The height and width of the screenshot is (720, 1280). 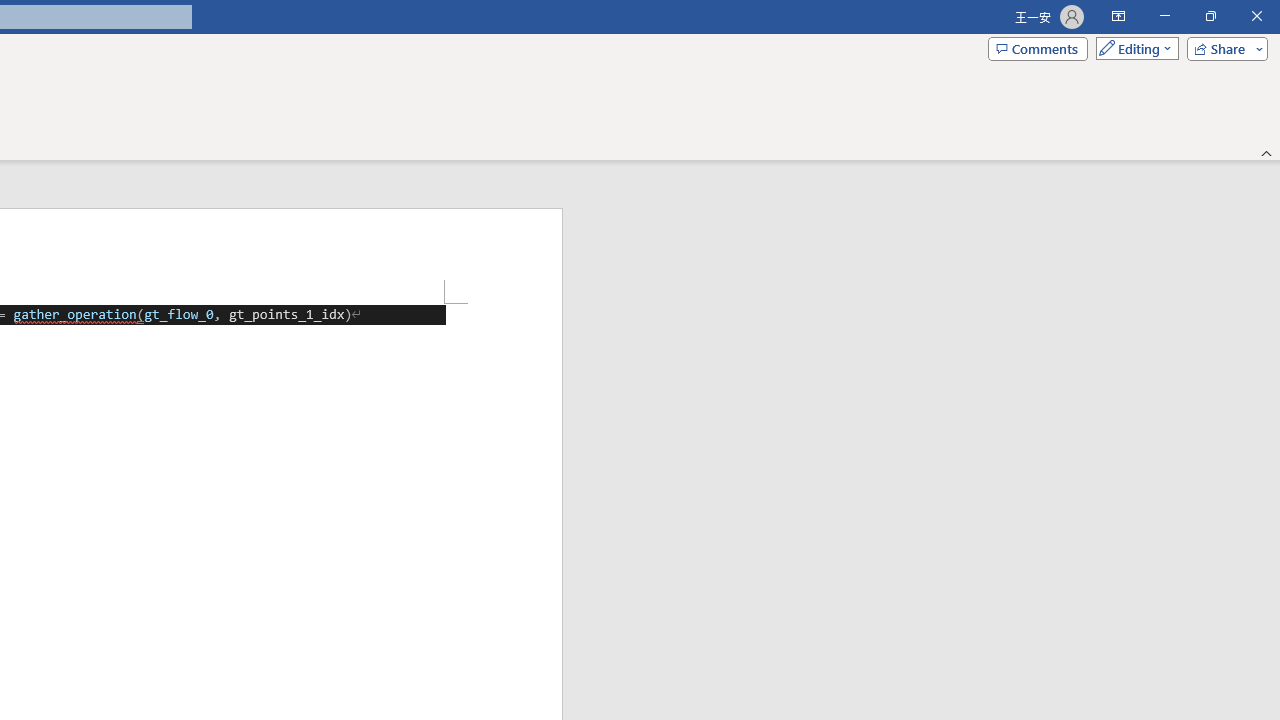 I want to click on 'Restore Down', so click(x=1209, y=16).